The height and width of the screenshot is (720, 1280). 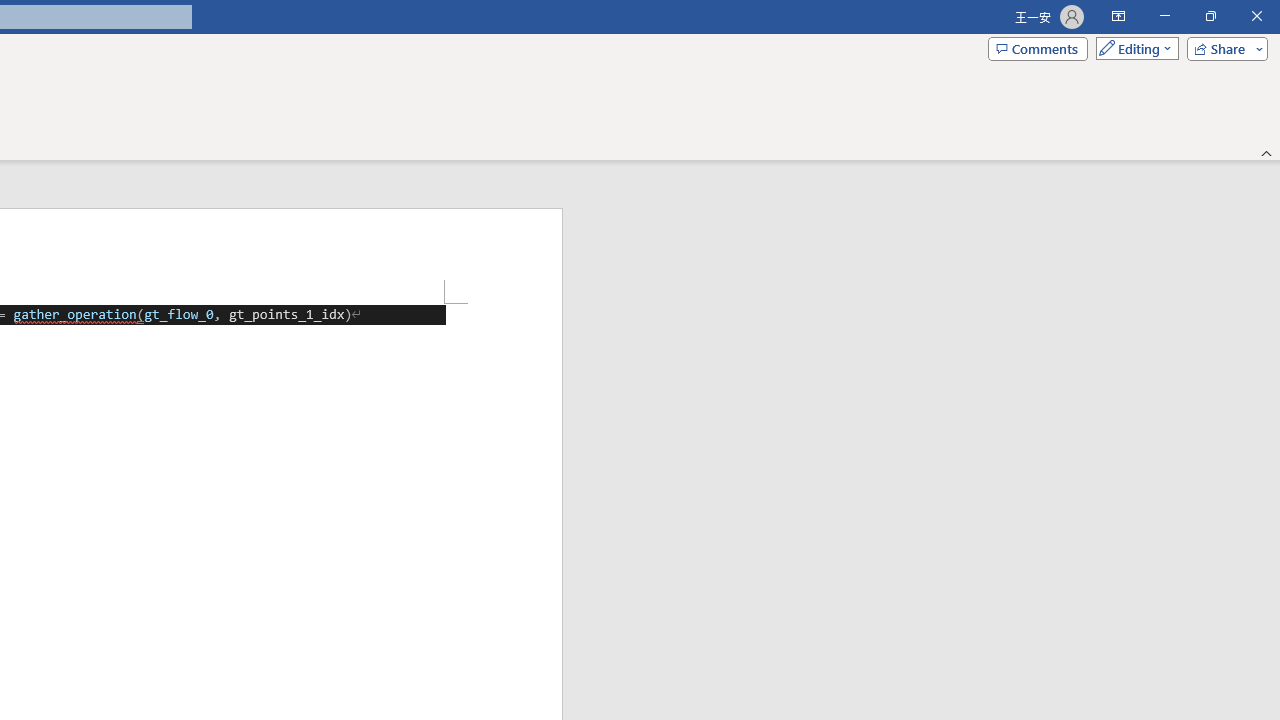 I want to click on 'Restore Down', so click(x=1209, y=16).